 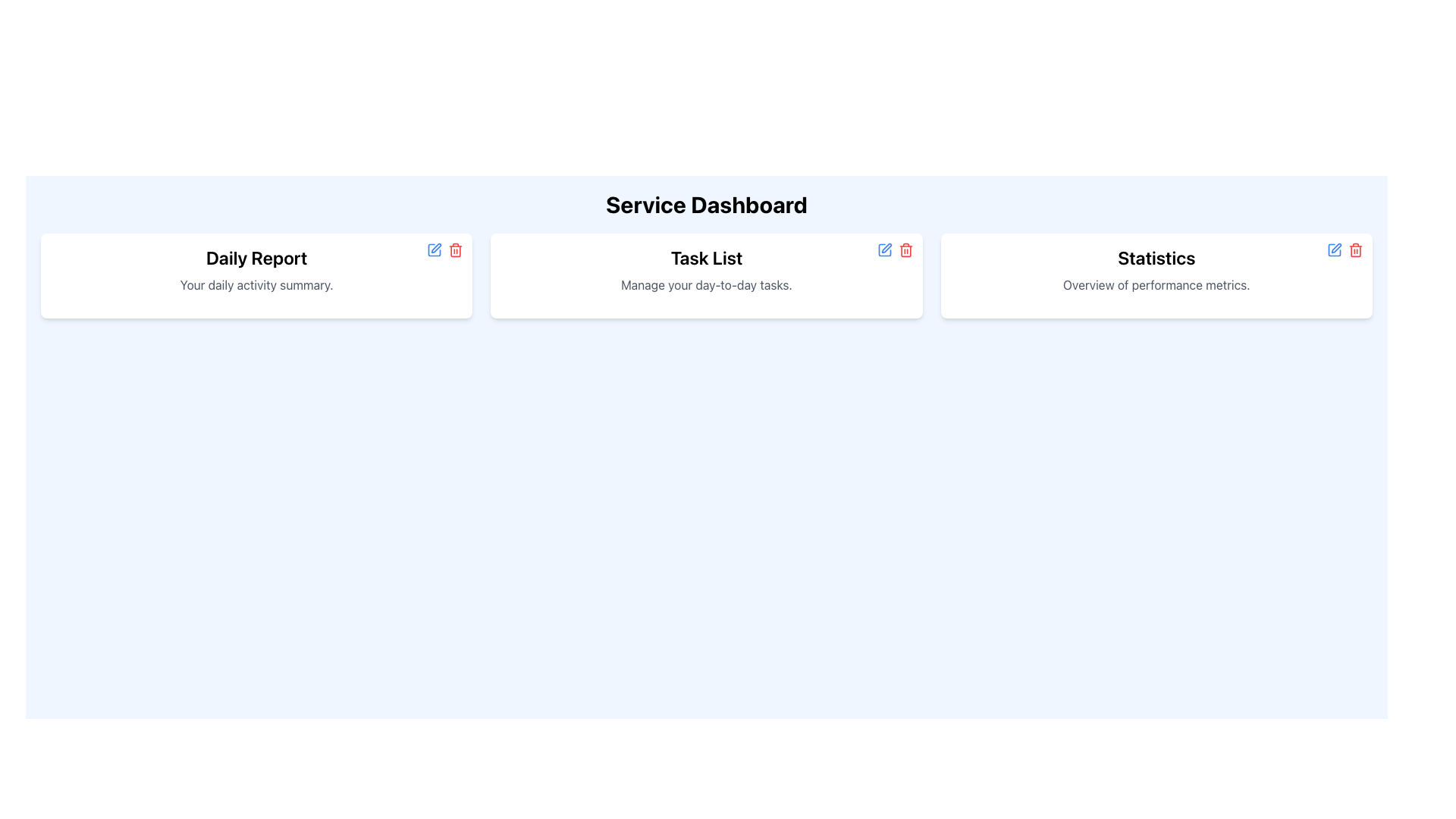 What do you see at coordinates (434, 249) in the screenshot?
I see `the blue-colored pen icon button located in the top-right corner of the 'Daily Report' card` at bounding box center [434, 249].